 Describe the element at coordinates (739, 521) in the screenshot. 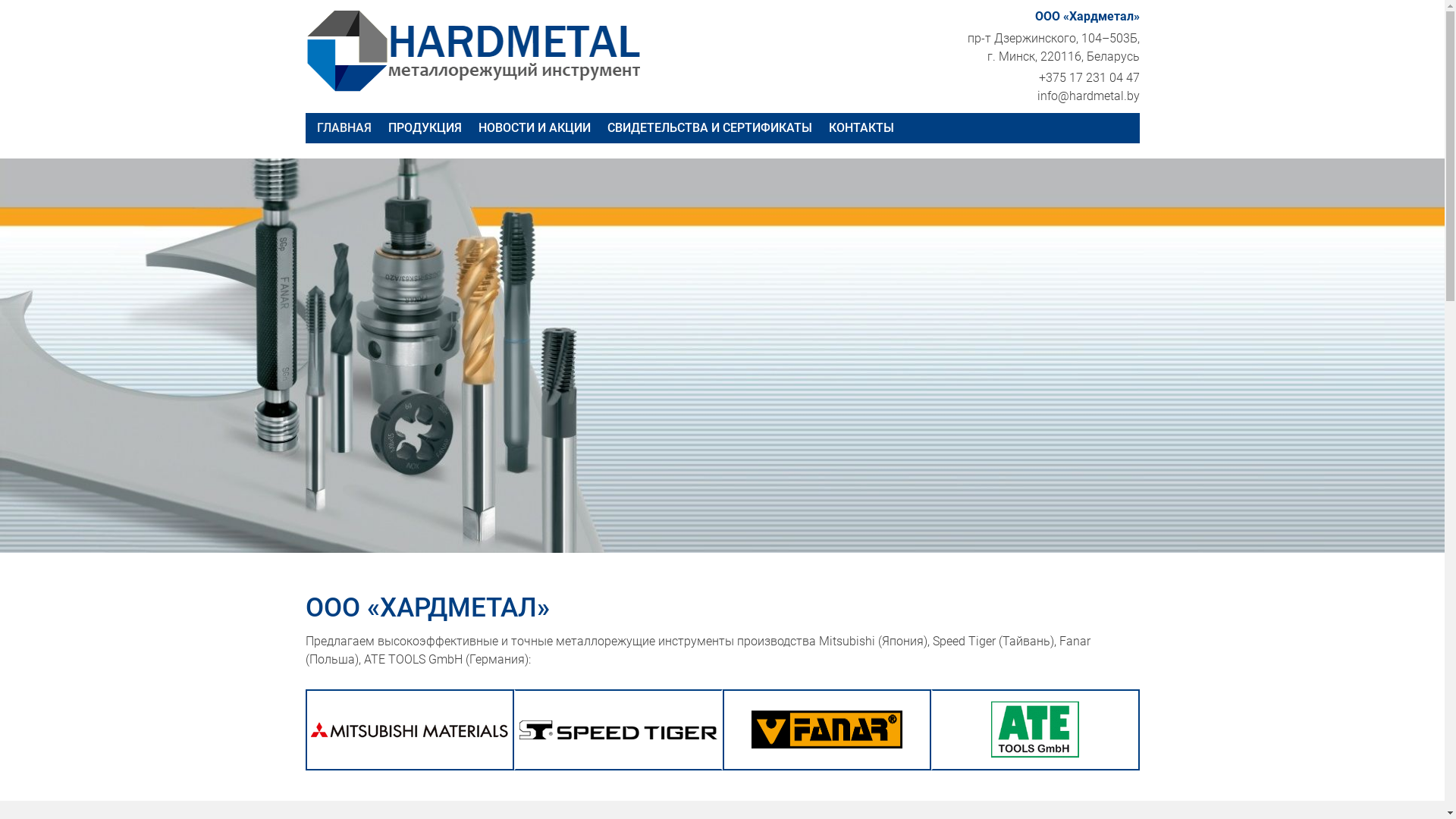

I see `'4'` at that location.